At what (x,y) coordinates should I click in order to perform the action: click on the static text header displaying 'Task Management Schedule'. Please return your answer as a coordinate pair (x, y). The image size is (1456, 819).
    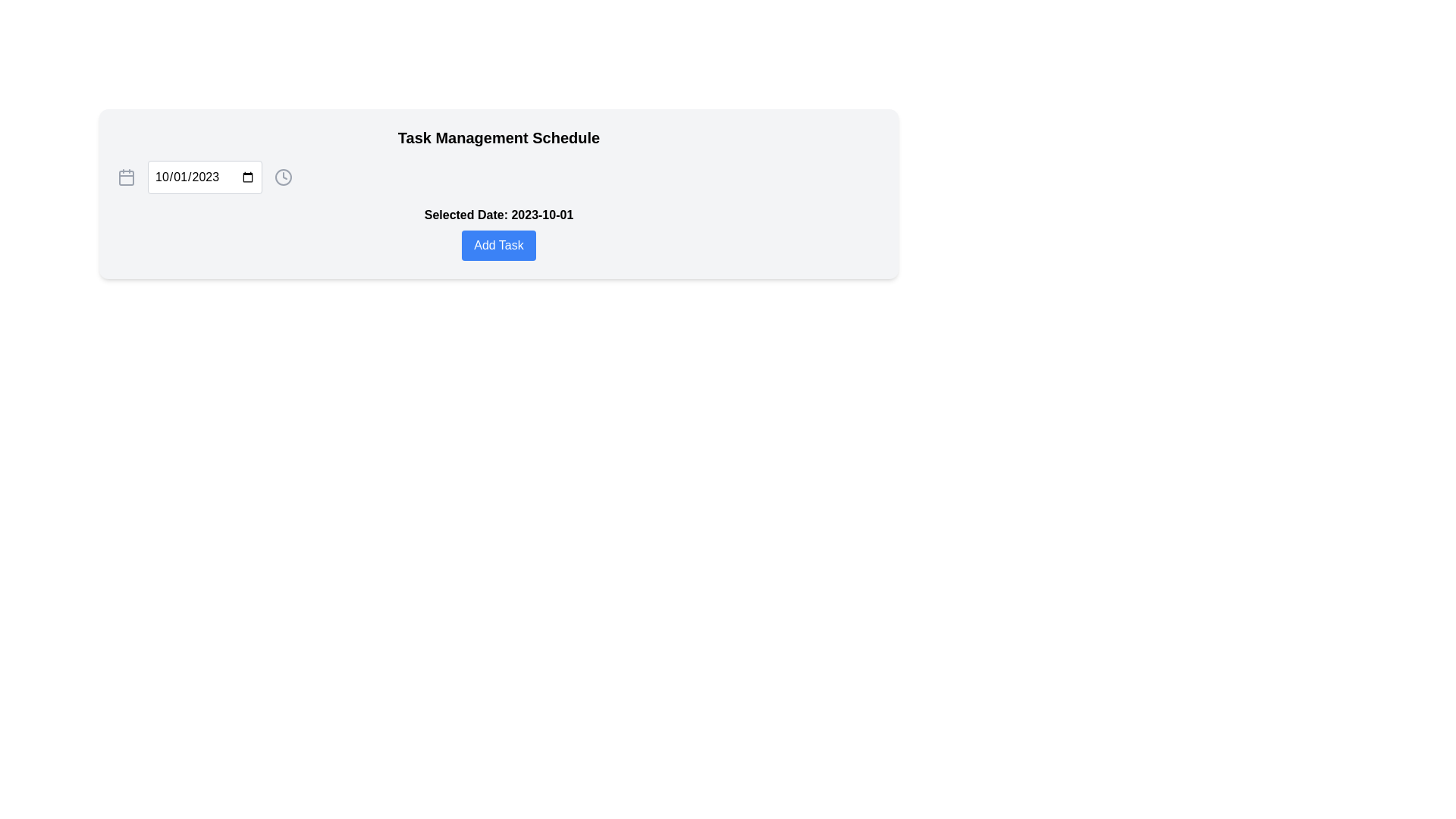
    Looking at the image, I should click on (498, 137).